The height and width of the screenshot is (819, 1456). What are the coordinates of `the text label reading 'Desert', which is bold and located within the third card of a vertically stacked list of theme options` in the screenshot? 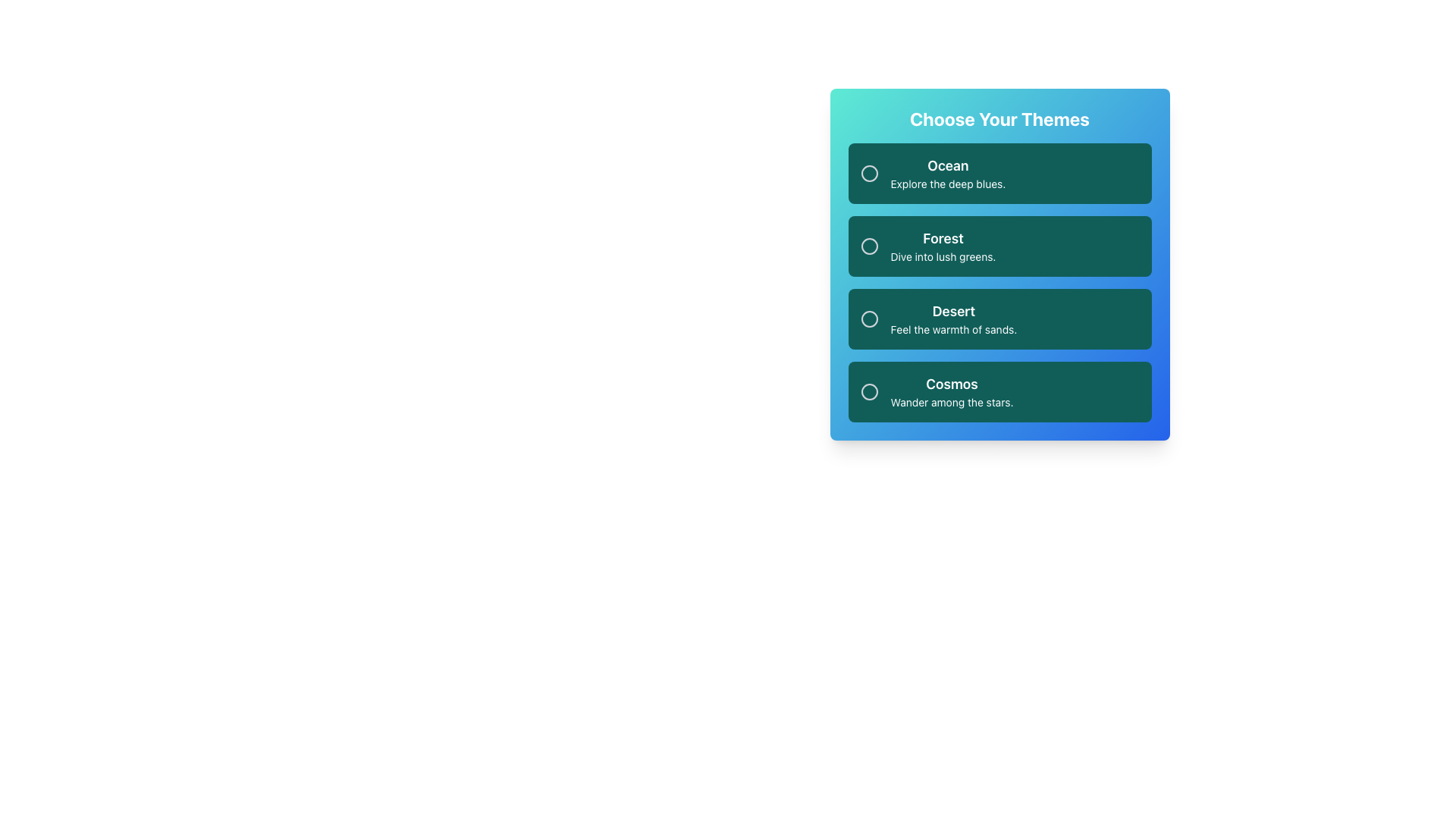 It's located at (952, 311).